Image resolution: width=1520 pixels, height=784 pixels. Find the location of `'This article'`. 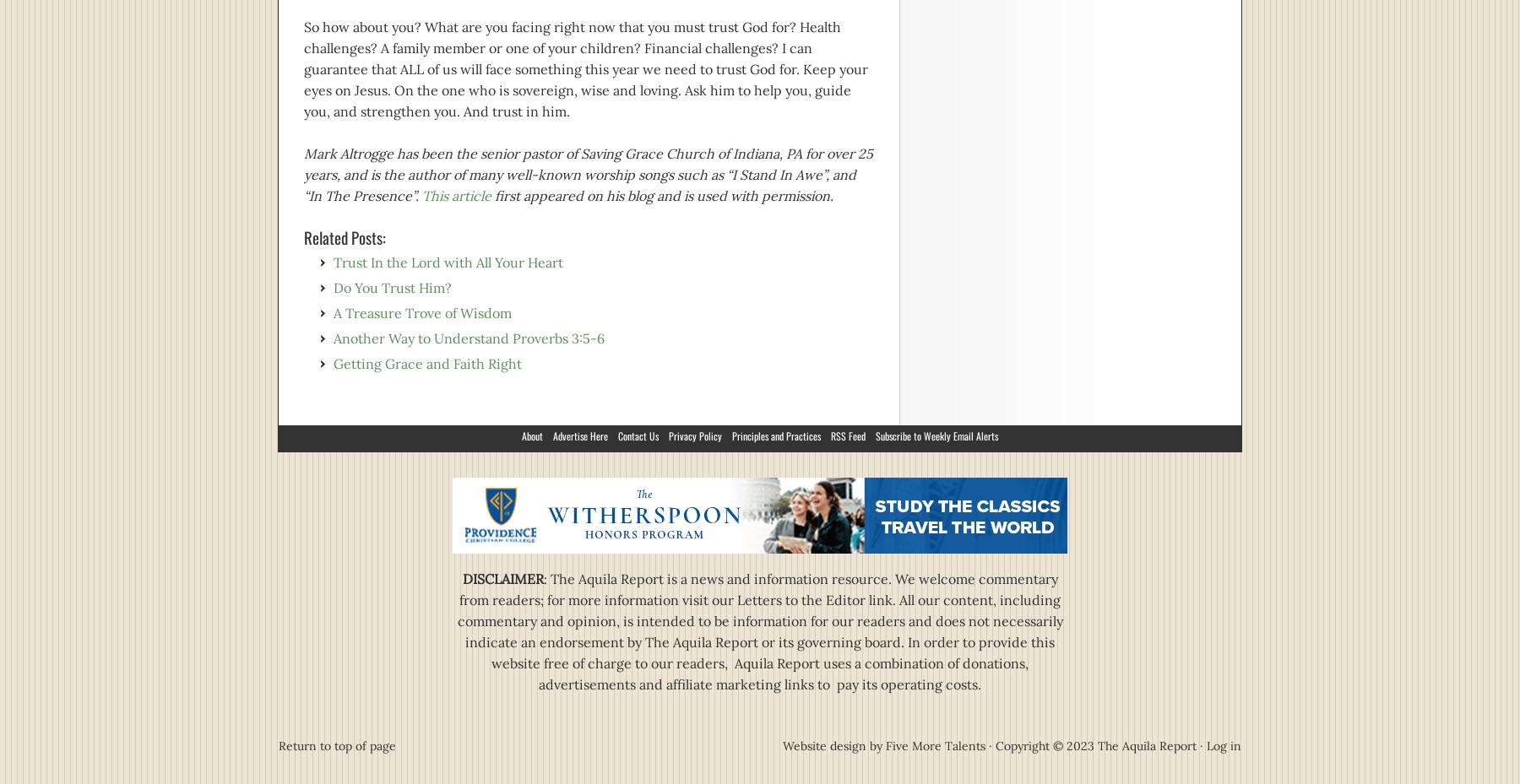

'This article' is located at coordinates (456, 194).